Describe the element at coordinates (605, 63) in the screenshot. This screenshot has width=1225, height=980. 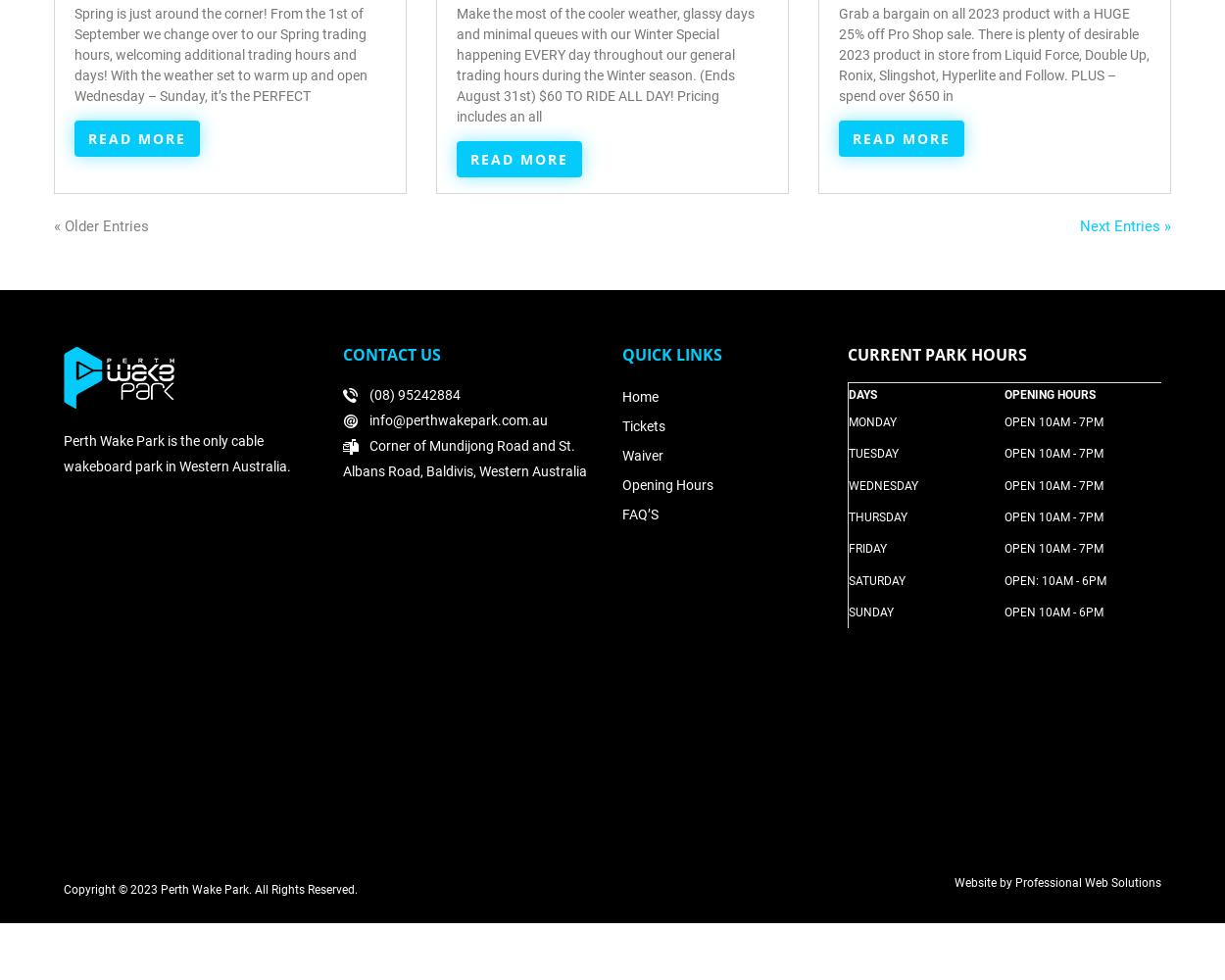
I see `'Make the most of the cooler weather, glassy days and minimal queues with our Winter Special happening EVERY day throughout our general trading hours during the Winter season. (Ends August 31st) $60 TO RIDE ALL DAY! Pricing includes an all'` at that location.